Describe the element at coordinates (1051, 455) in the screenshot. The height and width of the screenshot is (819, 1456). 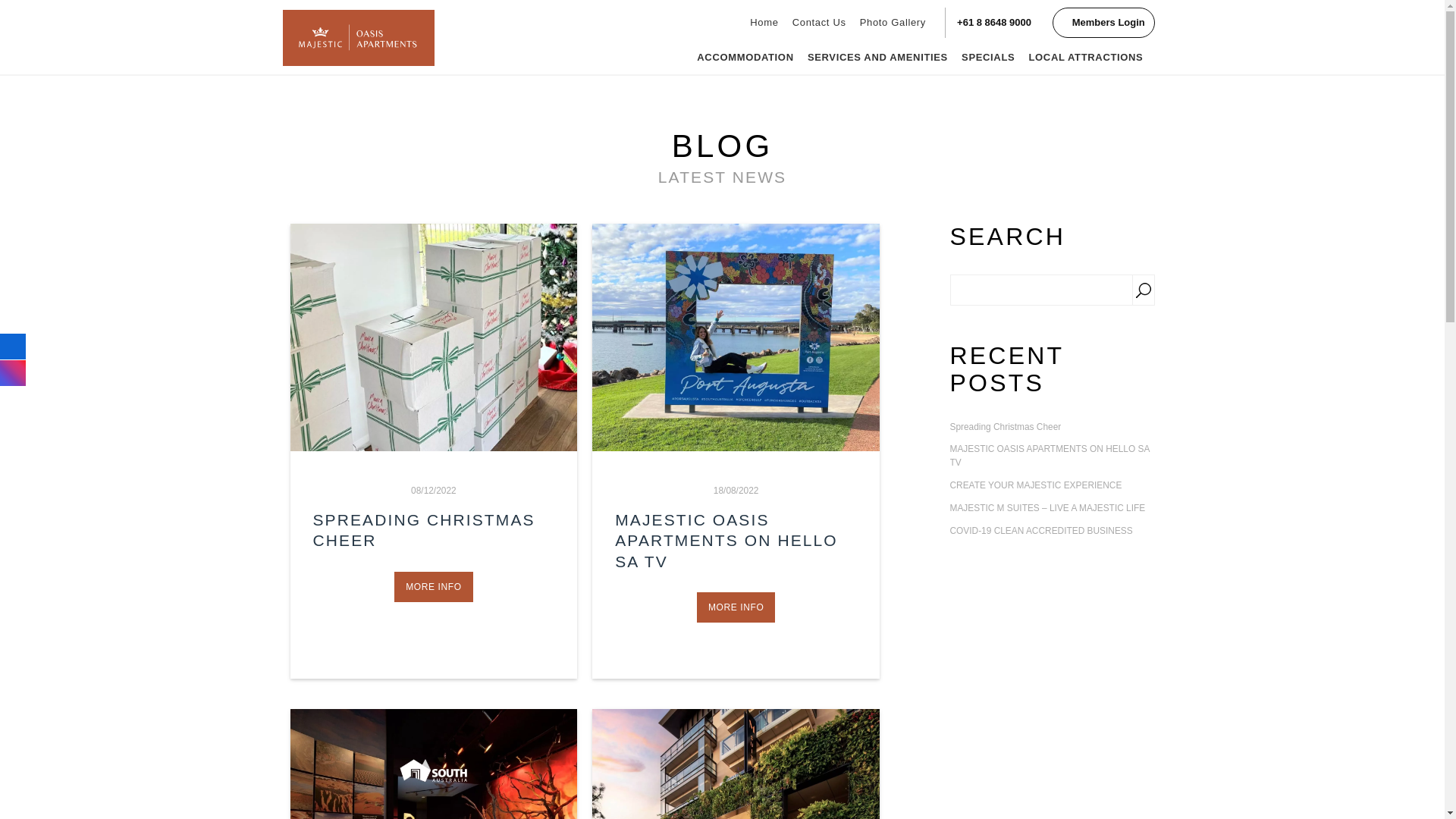
I see `'MAJESTIC OASIS APARTMENTS ON HELLO SA TV'` at that location.